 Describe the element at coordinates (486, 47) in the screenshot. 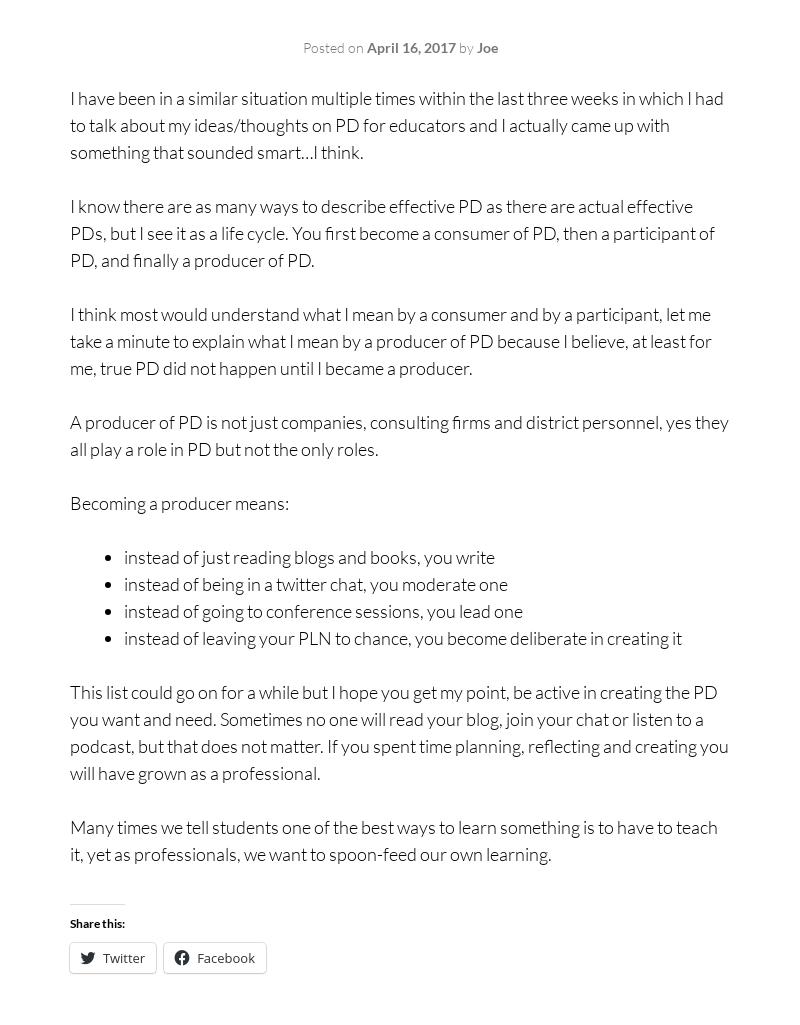

I see `'Joe'` at that location.